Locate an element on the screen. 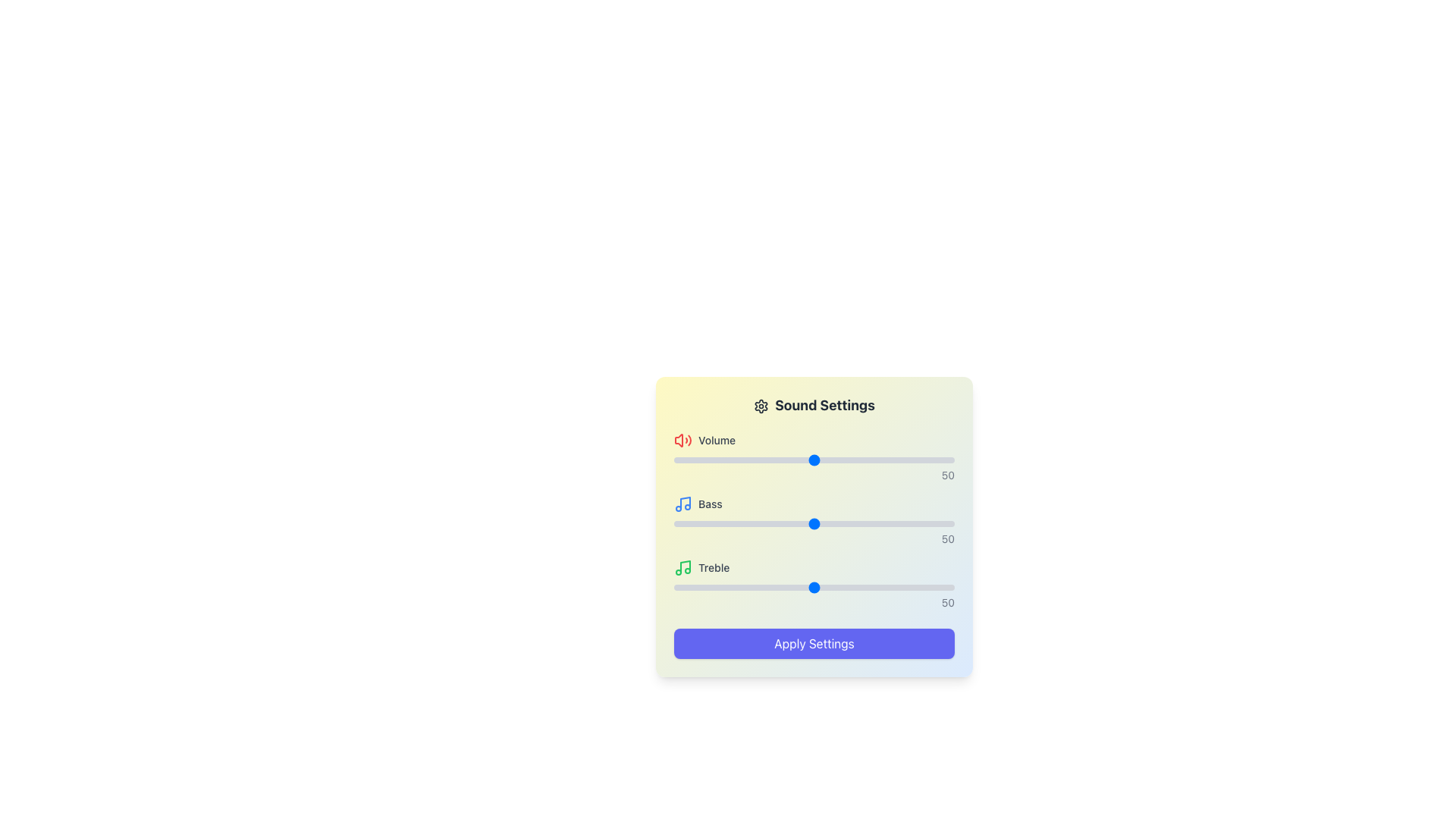 Image resolution: width=1456 pixels, height=819 pixels. the bass level is located at coordinates (887, 522).